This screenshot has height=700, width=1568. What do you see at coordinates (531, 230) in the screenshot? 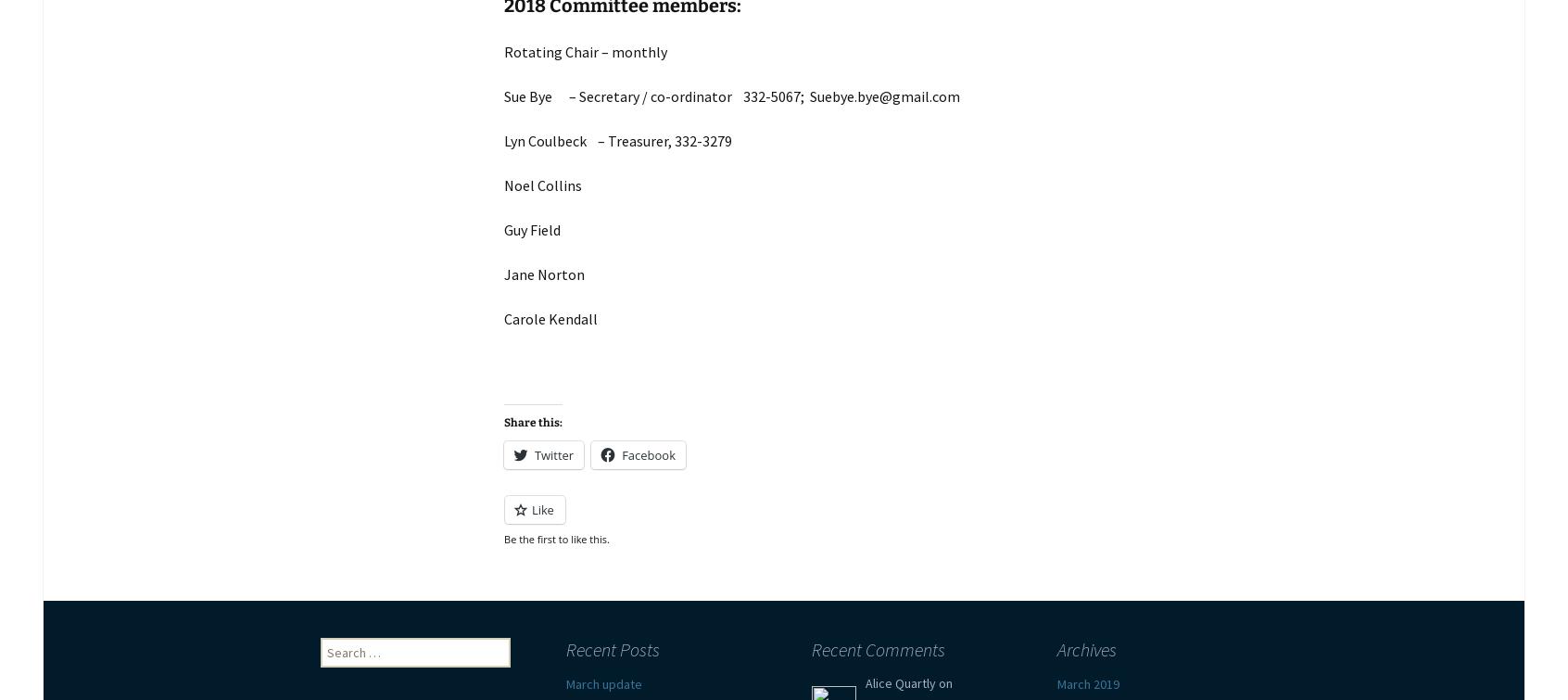
I see `'Guy Field'` at bounding box center [531, 230].